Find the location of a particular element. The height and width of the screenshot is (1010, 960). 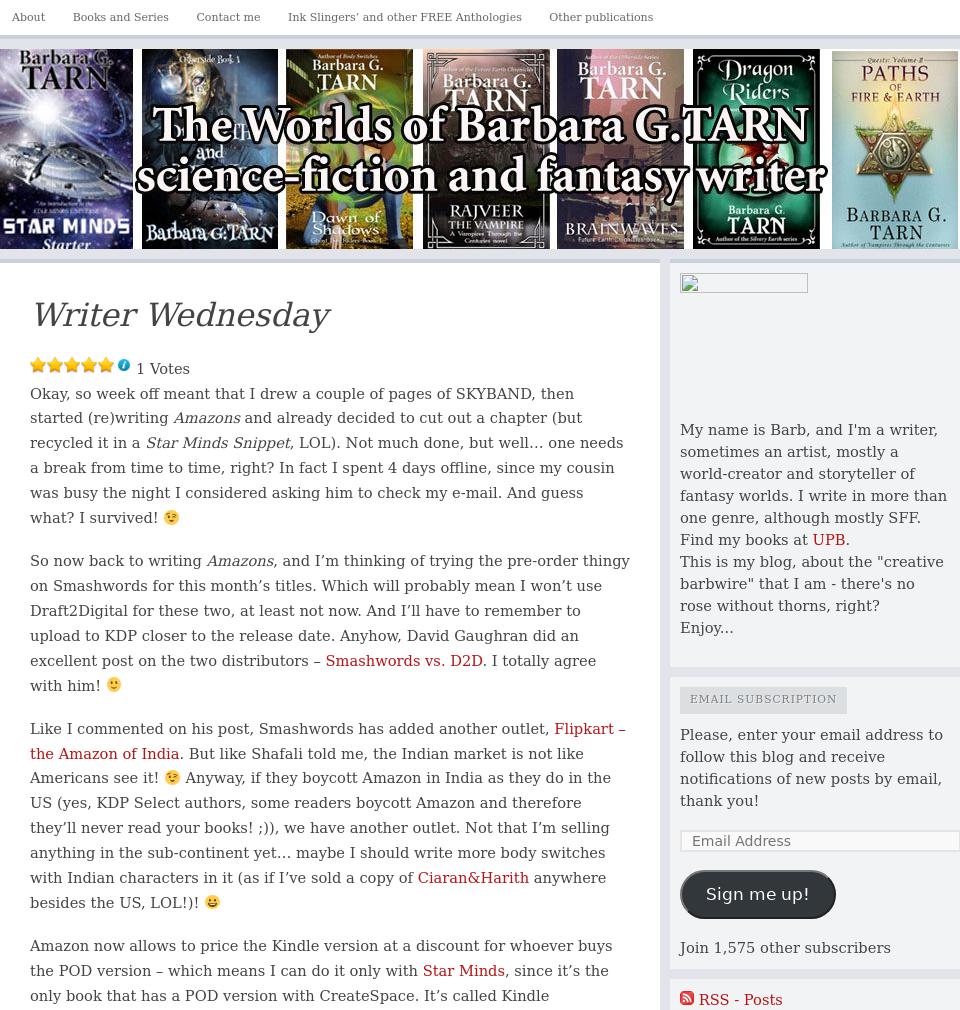

'Books and Series' is located at coordinates (120, 16).